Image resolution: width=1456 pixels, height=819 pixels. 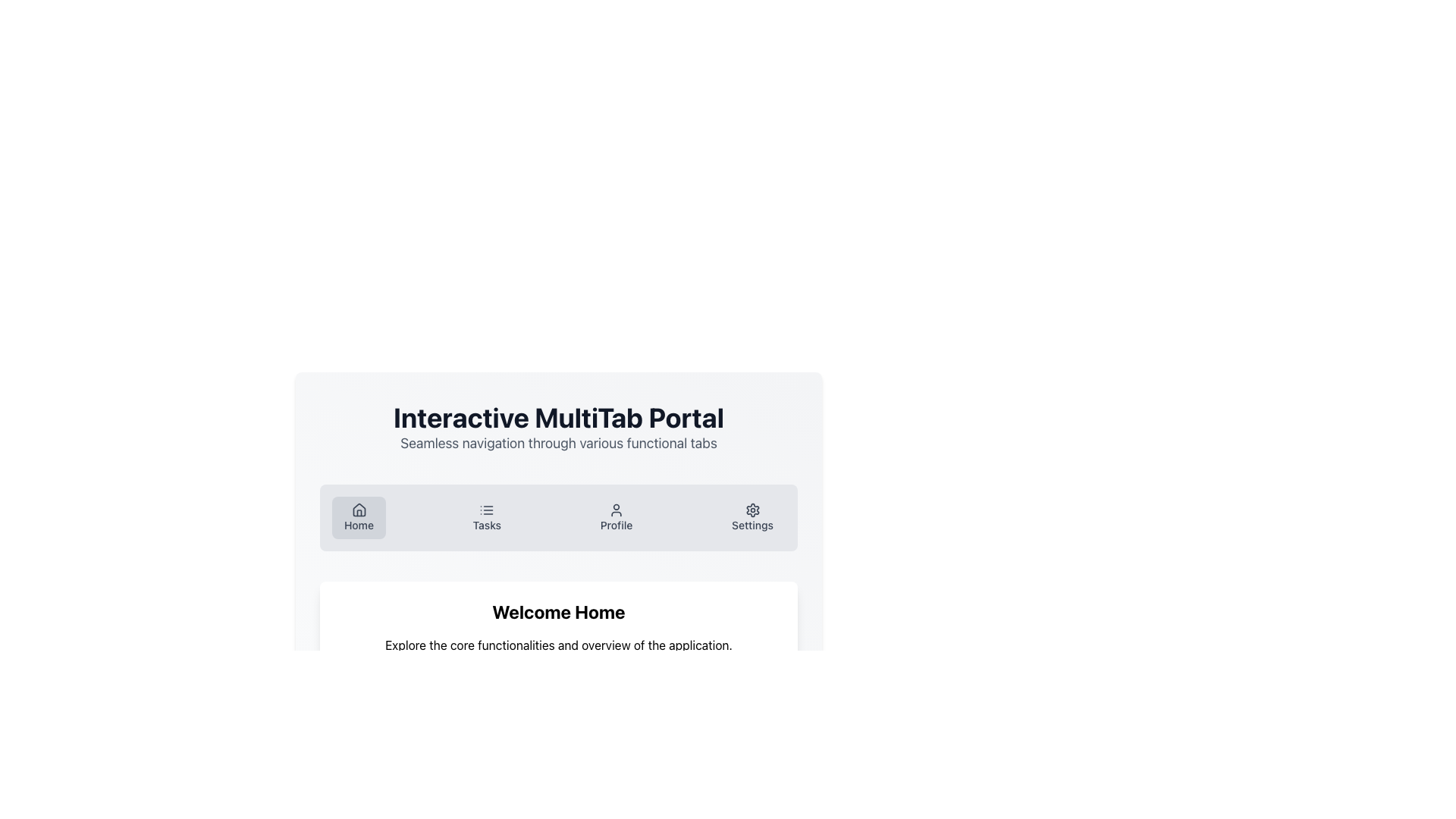 I want to click on the 'Profile' button in the navigation menu, so click(x=617, y=516).